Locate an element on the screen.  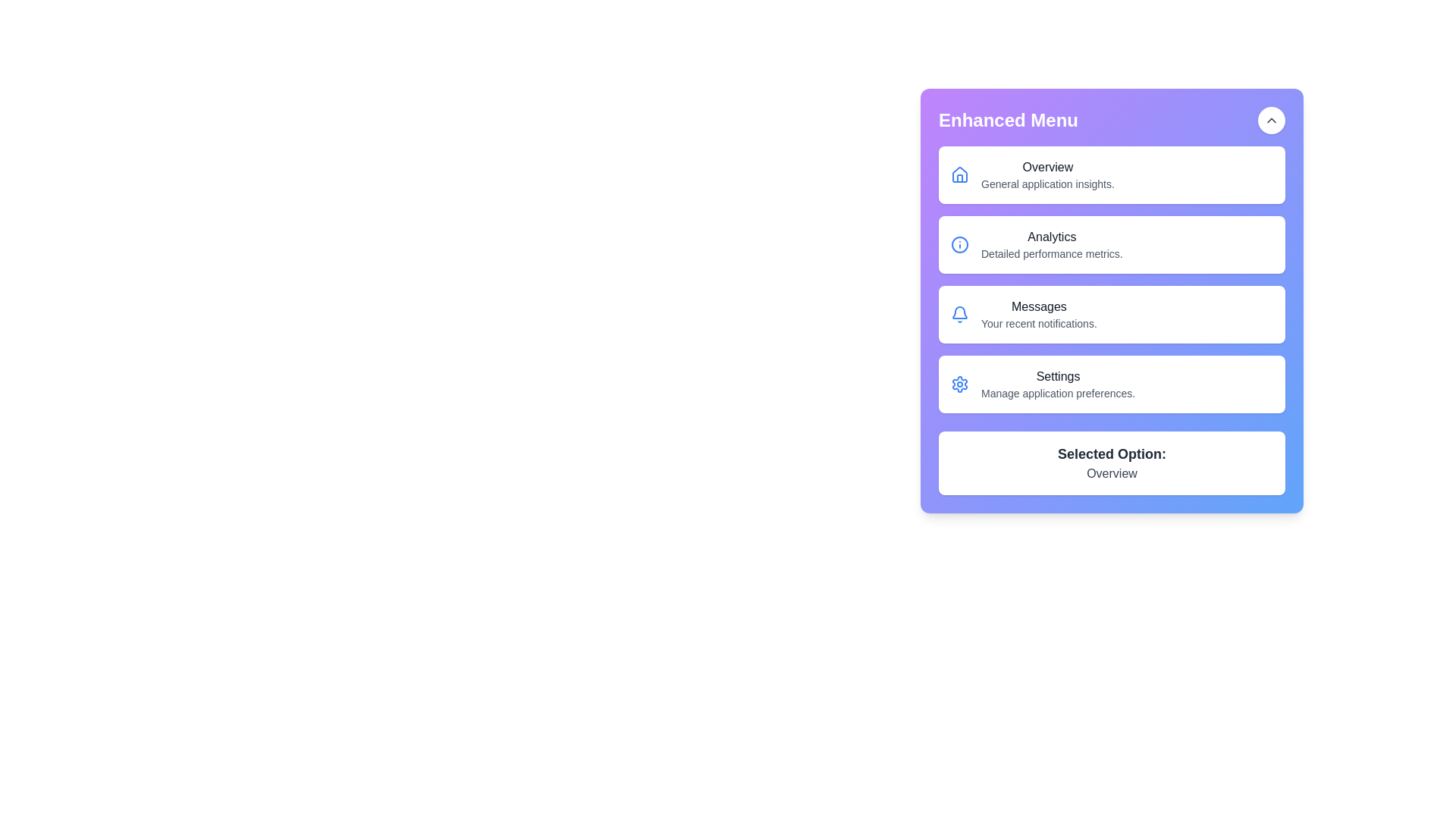
the Informational Card located at the bottom of the main menu card, which displays 'Selected Option:' and 'Overview.' is located at coordinates (1112, 462).